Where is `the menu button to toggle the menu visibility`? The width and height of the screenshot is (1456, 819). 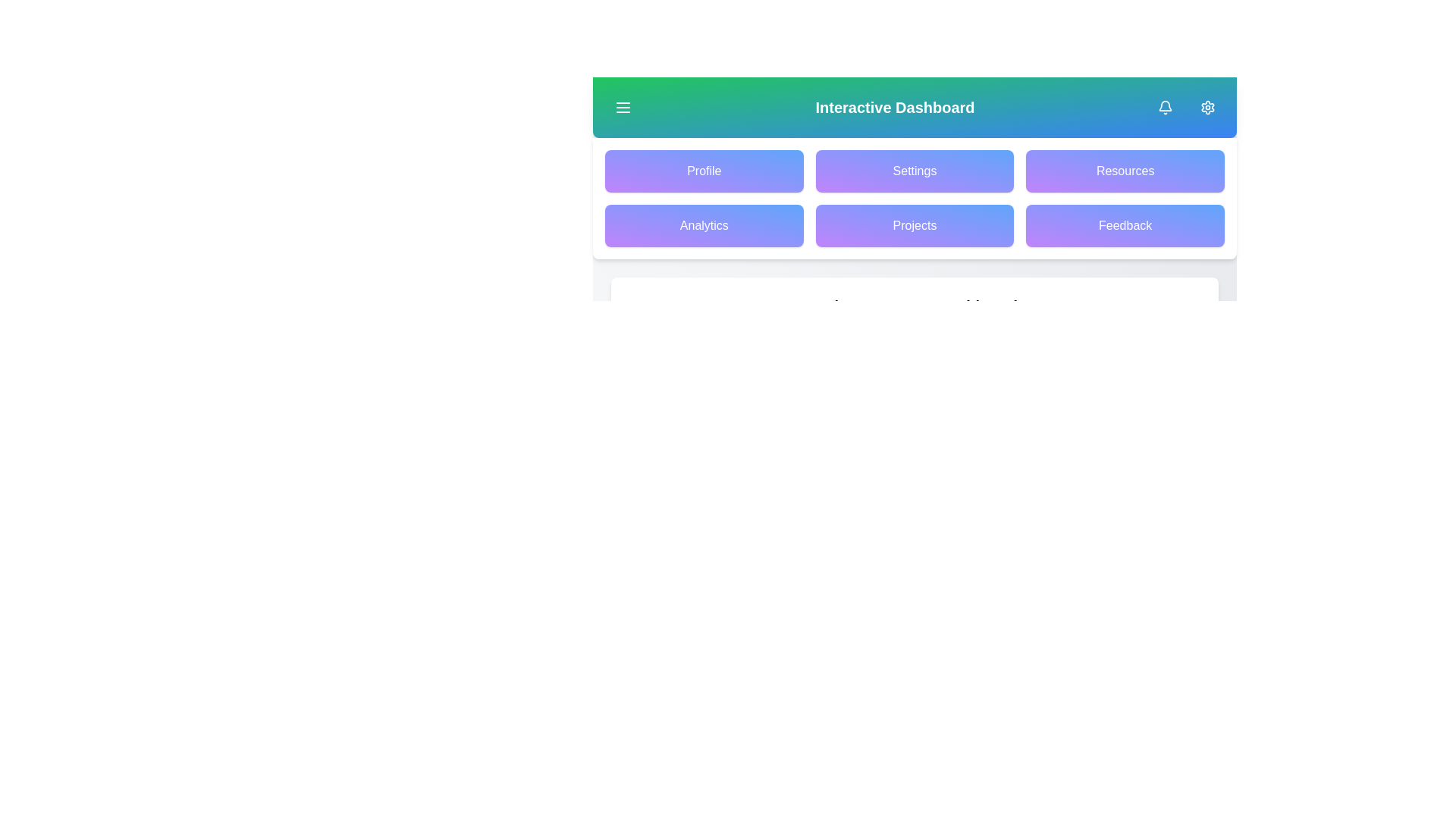 the menu button to toggle the menu visibility is located at coordinates (623, 107).